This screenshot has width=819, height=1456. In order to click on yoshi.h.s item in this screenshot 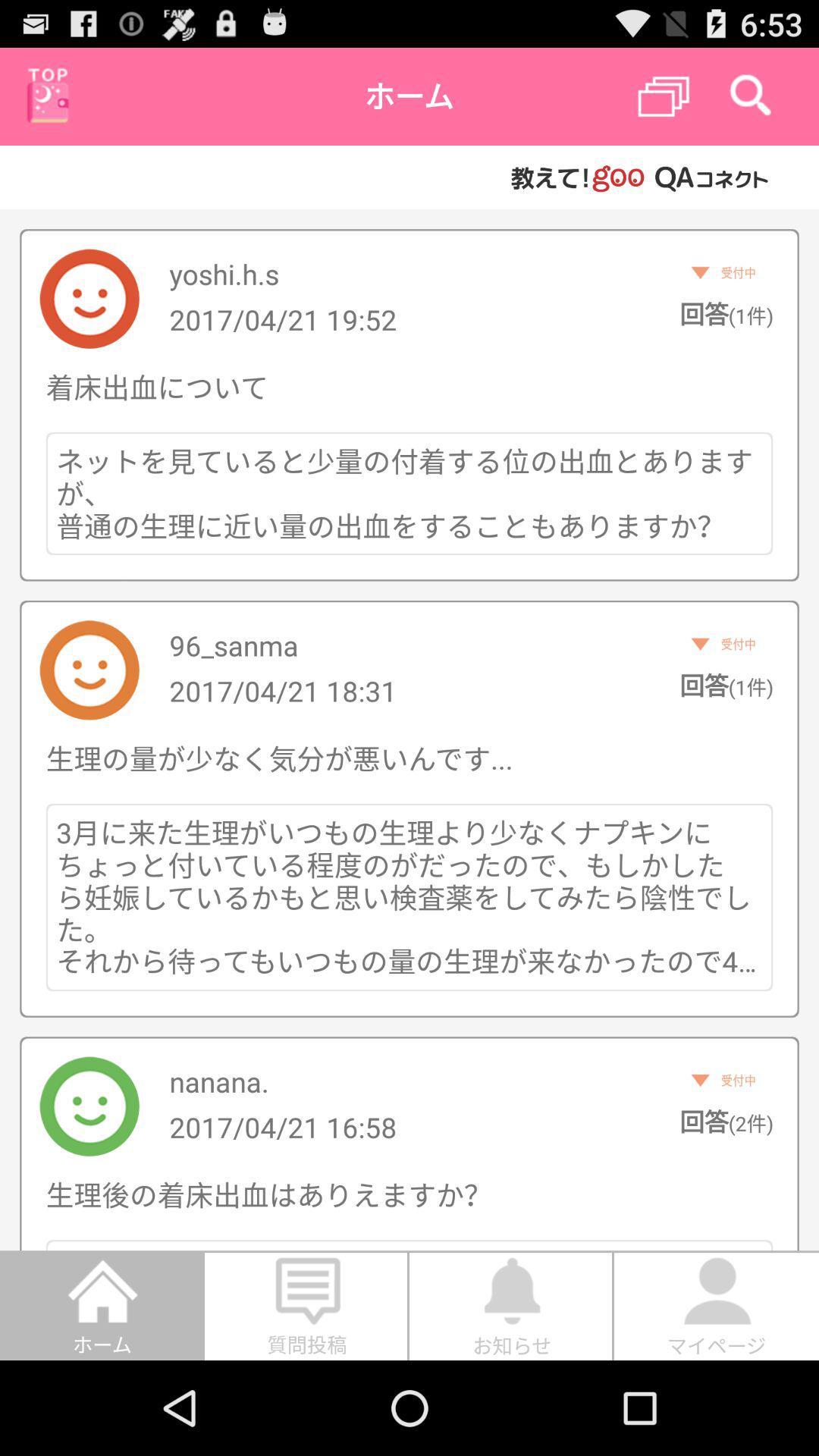, I will do `click(224, 274)`.